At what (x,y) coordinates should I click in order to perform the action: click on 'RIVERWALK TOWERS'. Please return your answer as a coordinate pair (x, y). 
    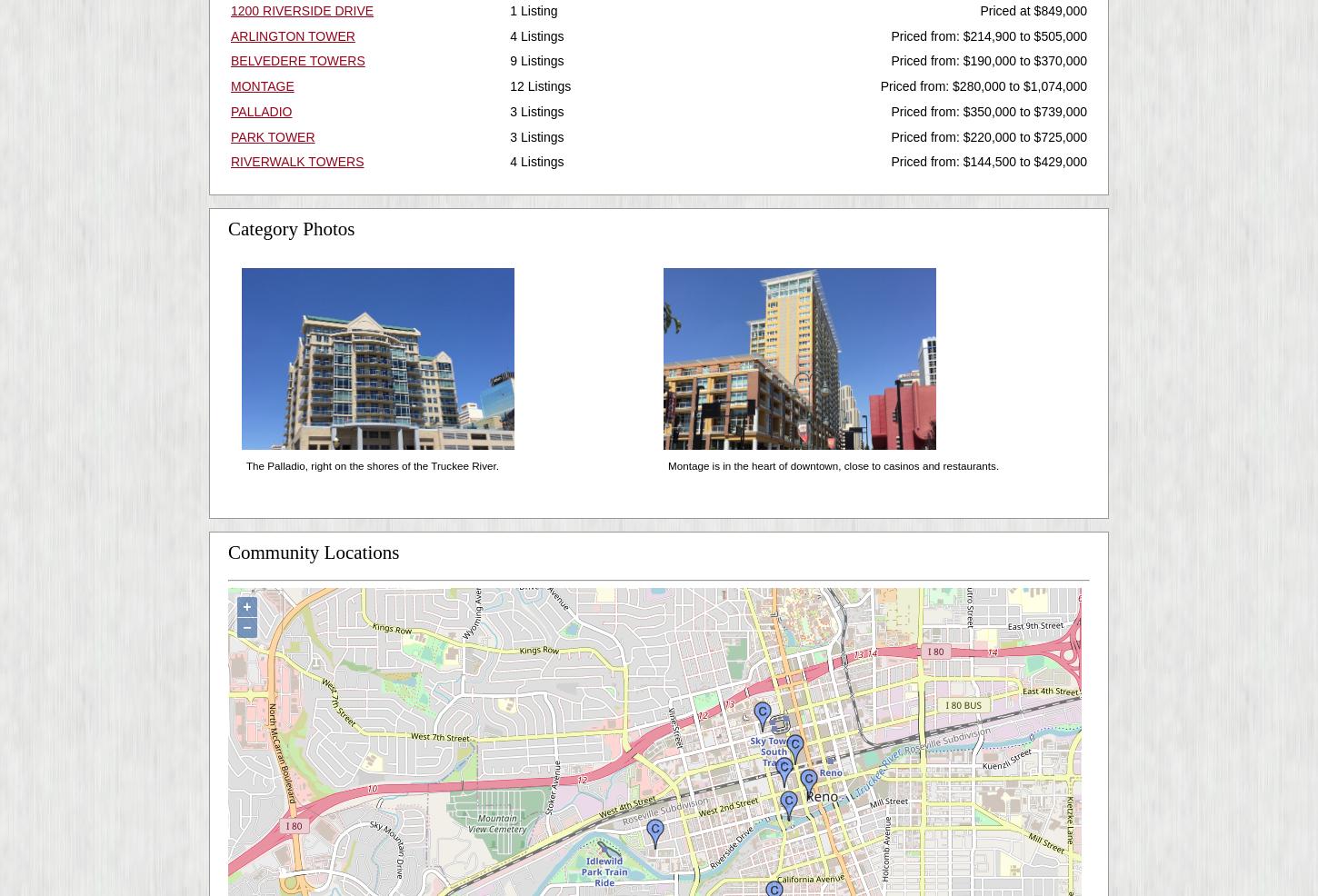
    Looking at the image, I should click on (231, 160).